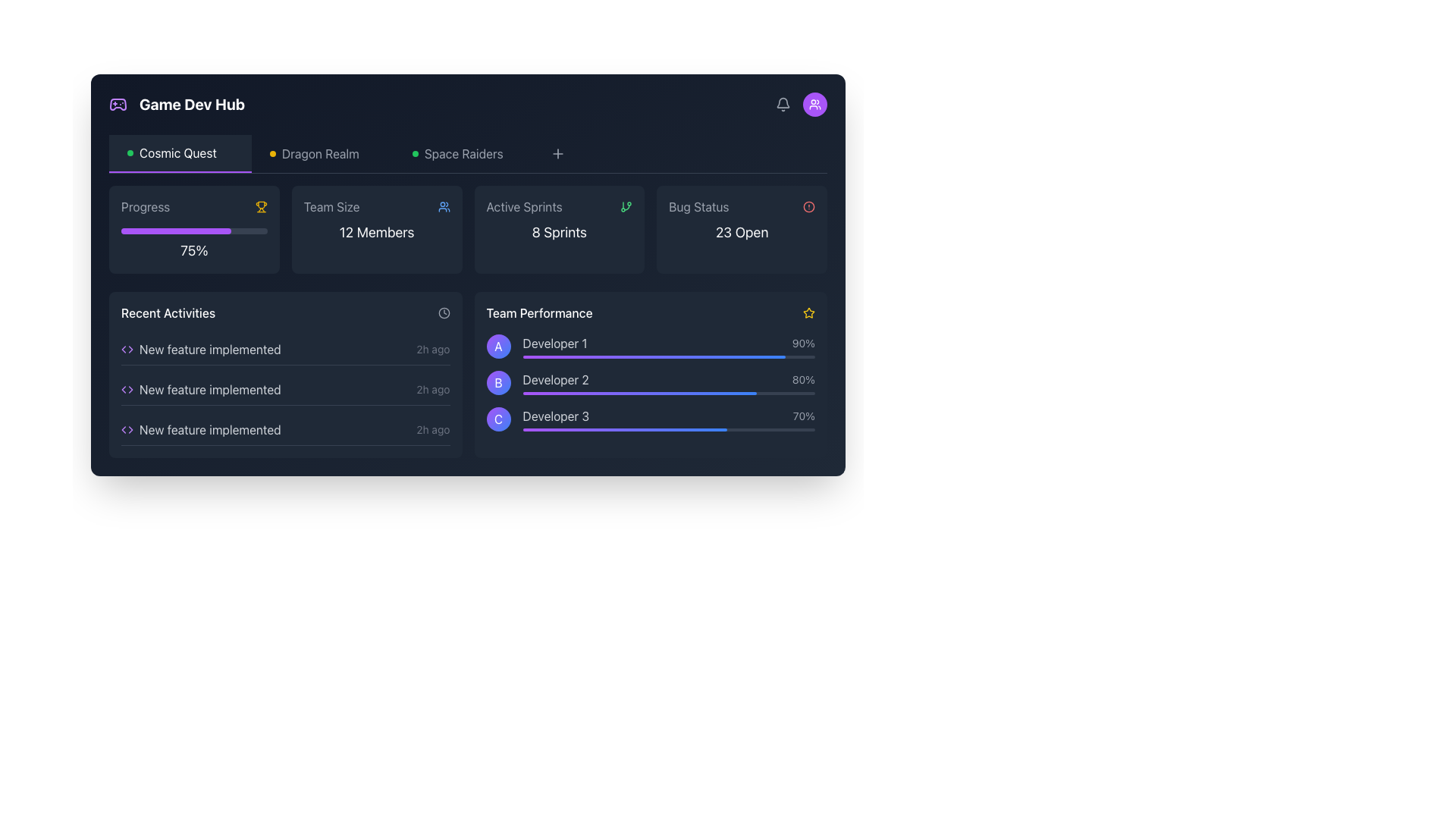 This screenshot has width=1456, height=819. What do you see at coordinates (209, 388) in the screenshot?
I see `the Text Display containing the text 'New feature implemented' in the 'Recent Activities' section` at bounding box center [209, 388].